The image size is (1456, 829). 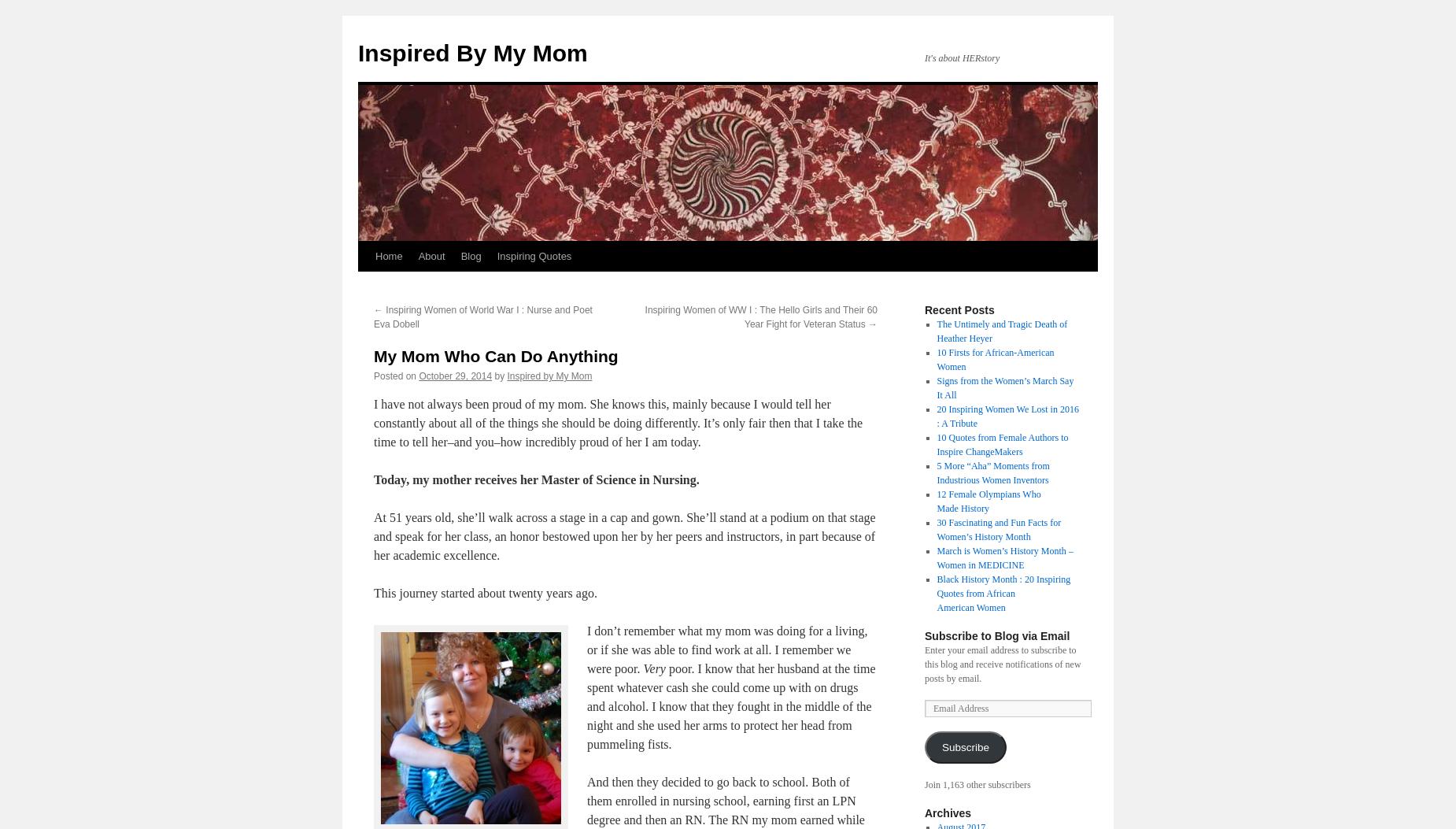 What do you see at coordinates (395, 375) in the screenshot?
I see `'Posted on'` at bounding box center [395, 375].